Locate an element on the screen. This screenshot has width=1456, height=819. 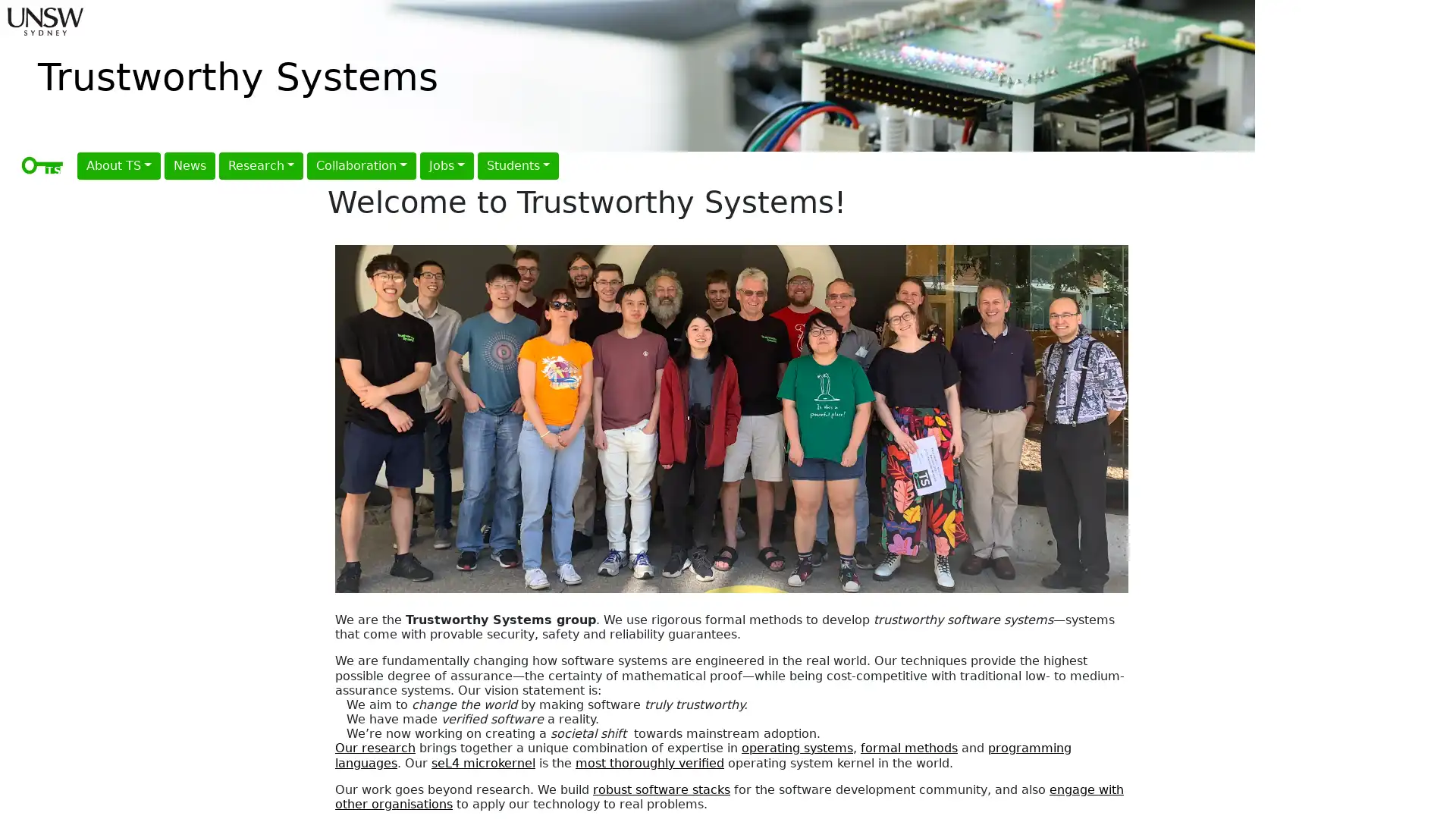
About TS is located at coordinates (118, 165).